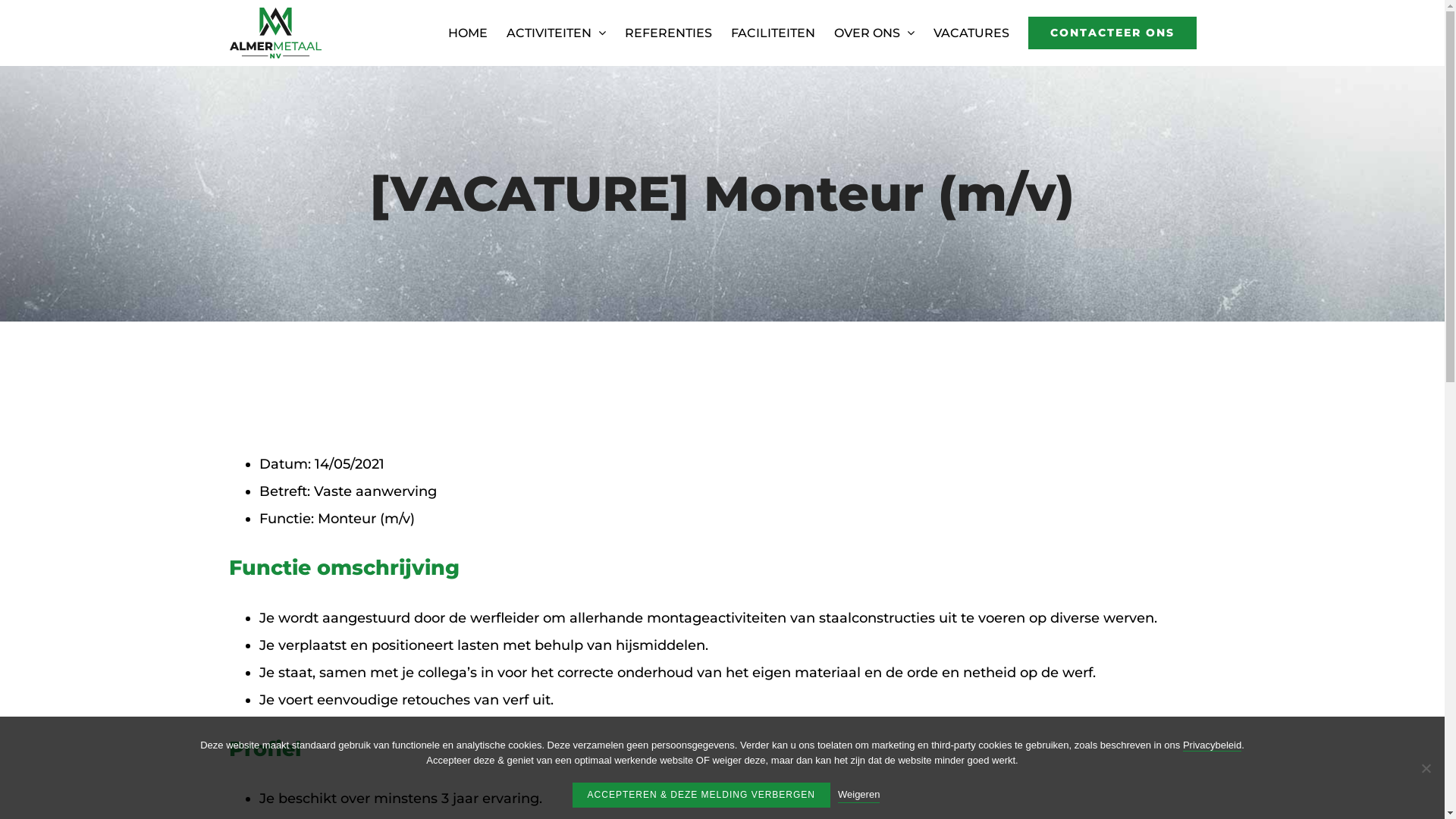  I want to click on 'Privacybeleid', so click(1211, 745).